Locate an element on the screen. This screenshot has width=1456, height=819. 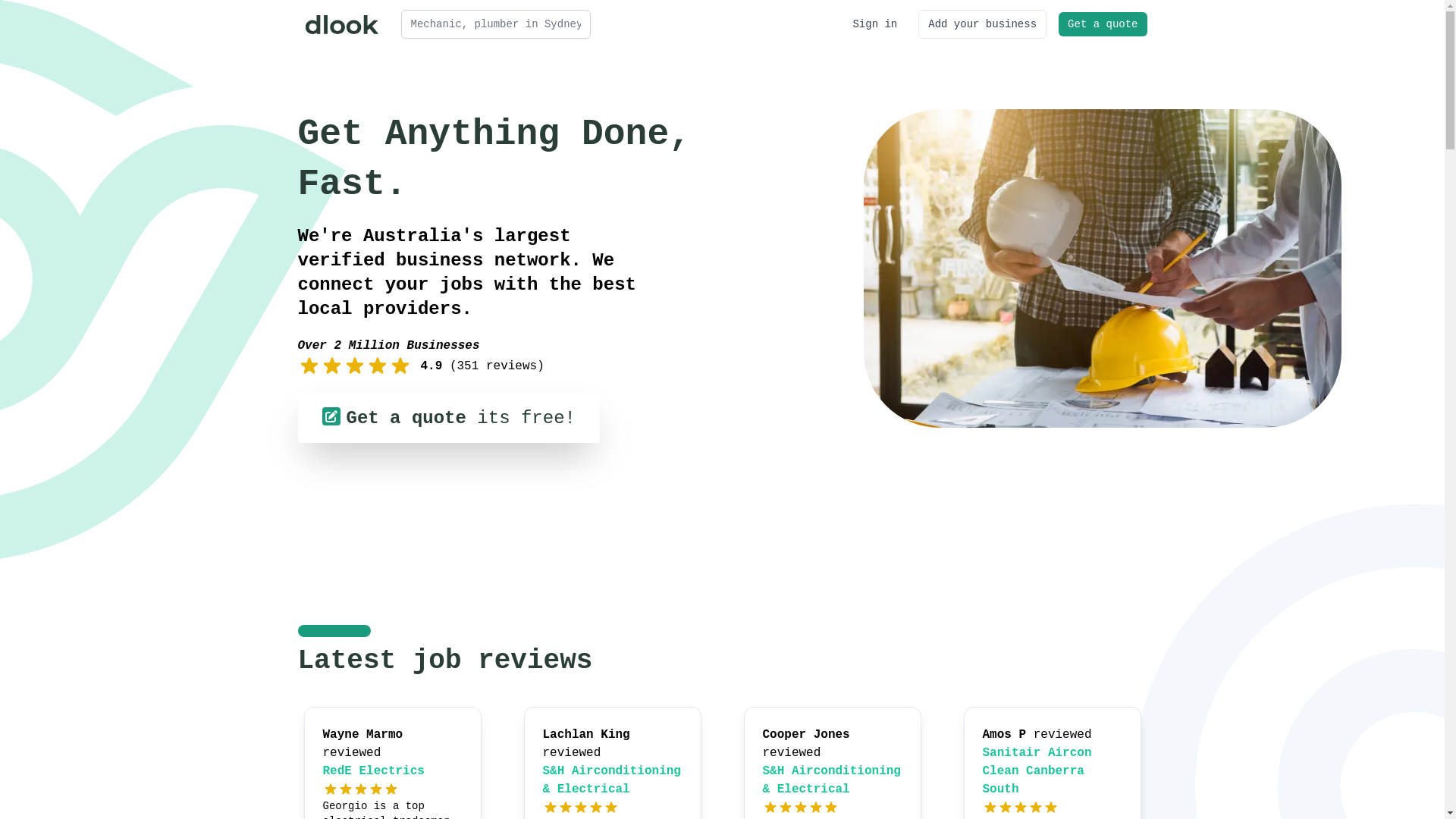
'Get a quote' is located at coordinates (1058, 24).